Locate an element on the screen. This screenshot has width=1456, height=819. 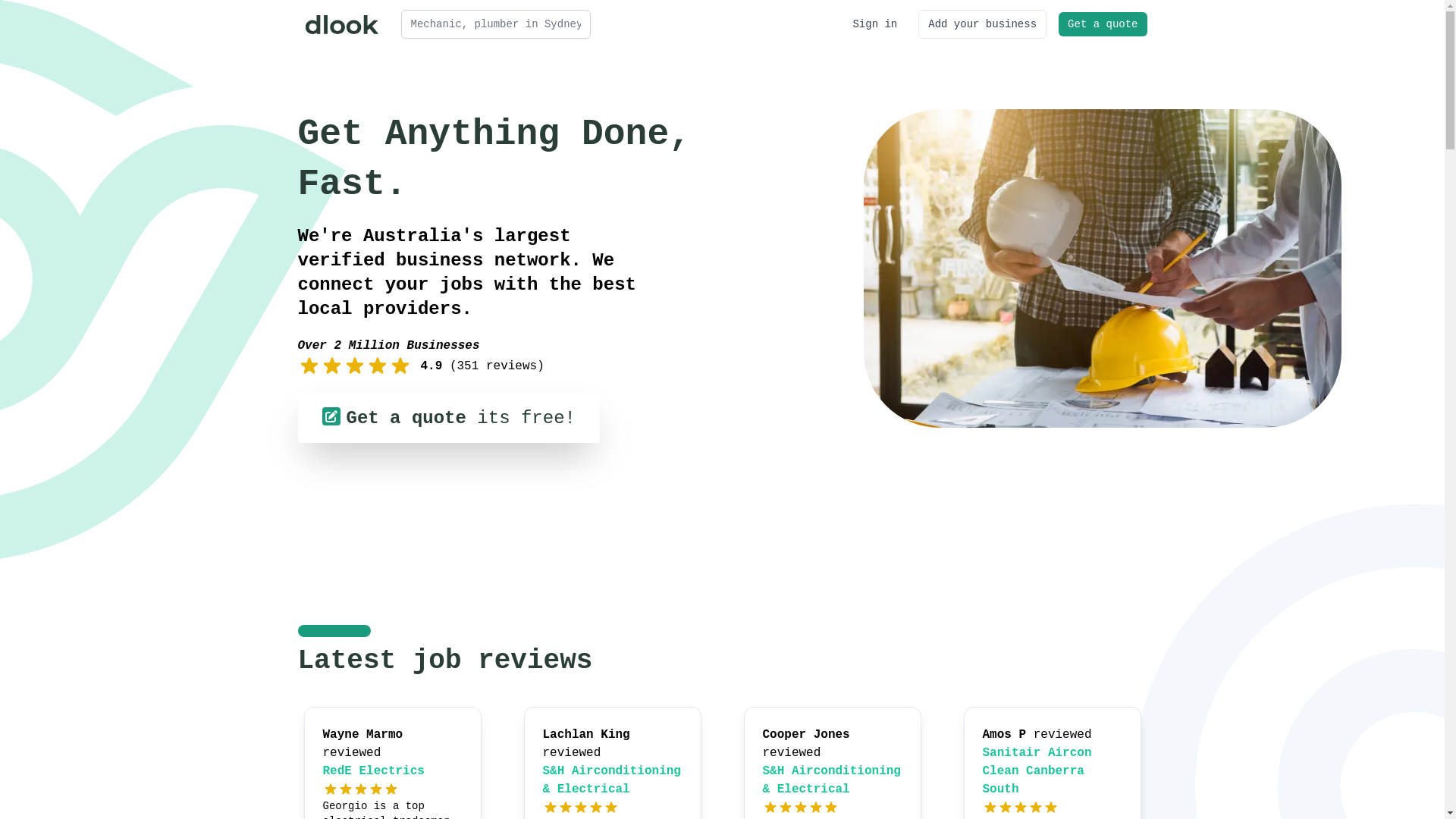
'Get a quote' is located at coordinates (1058, 24).